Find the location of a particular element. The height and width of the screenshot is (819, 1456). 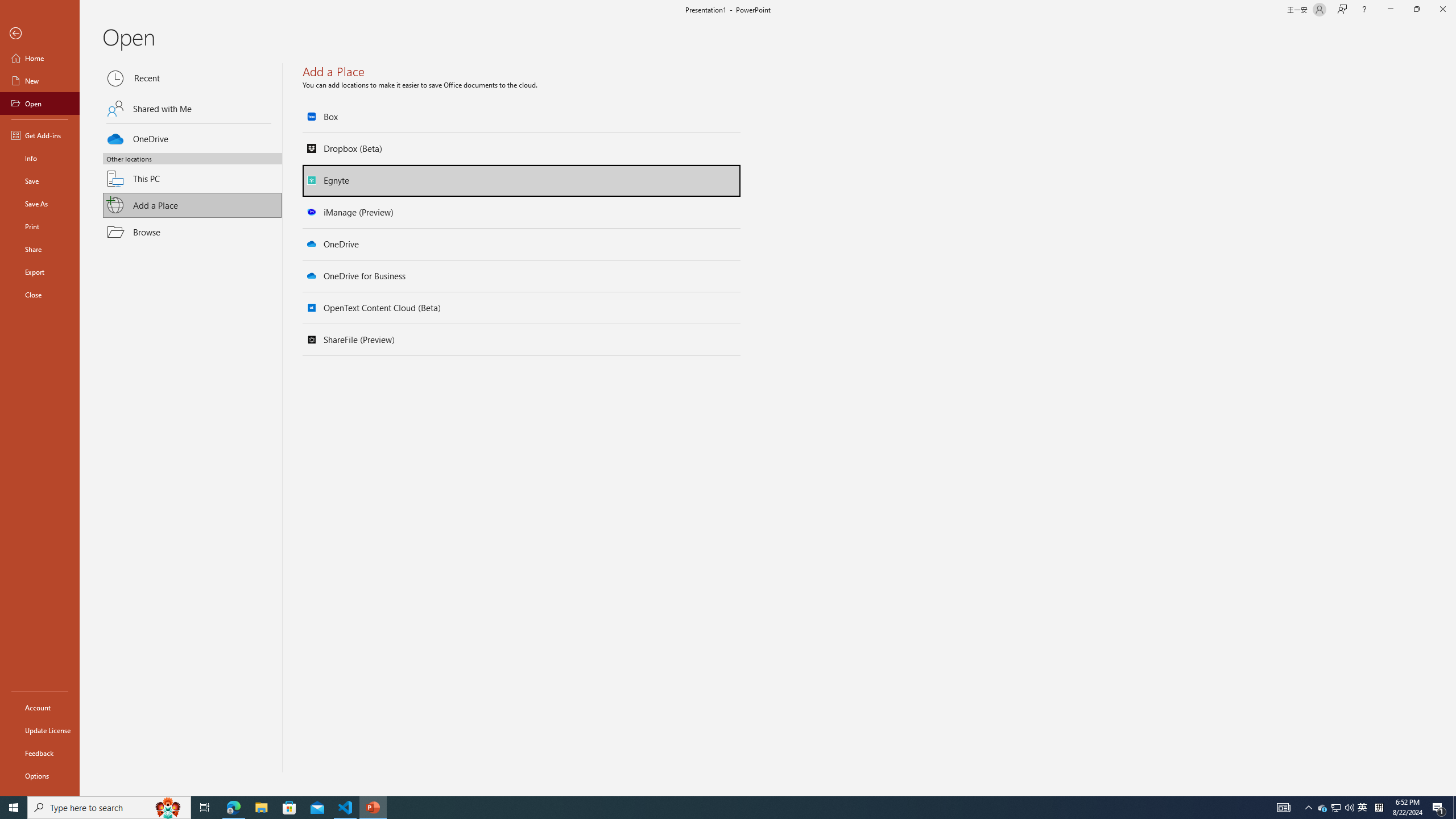

'OneDrive' is located at coordinates (192, 137).